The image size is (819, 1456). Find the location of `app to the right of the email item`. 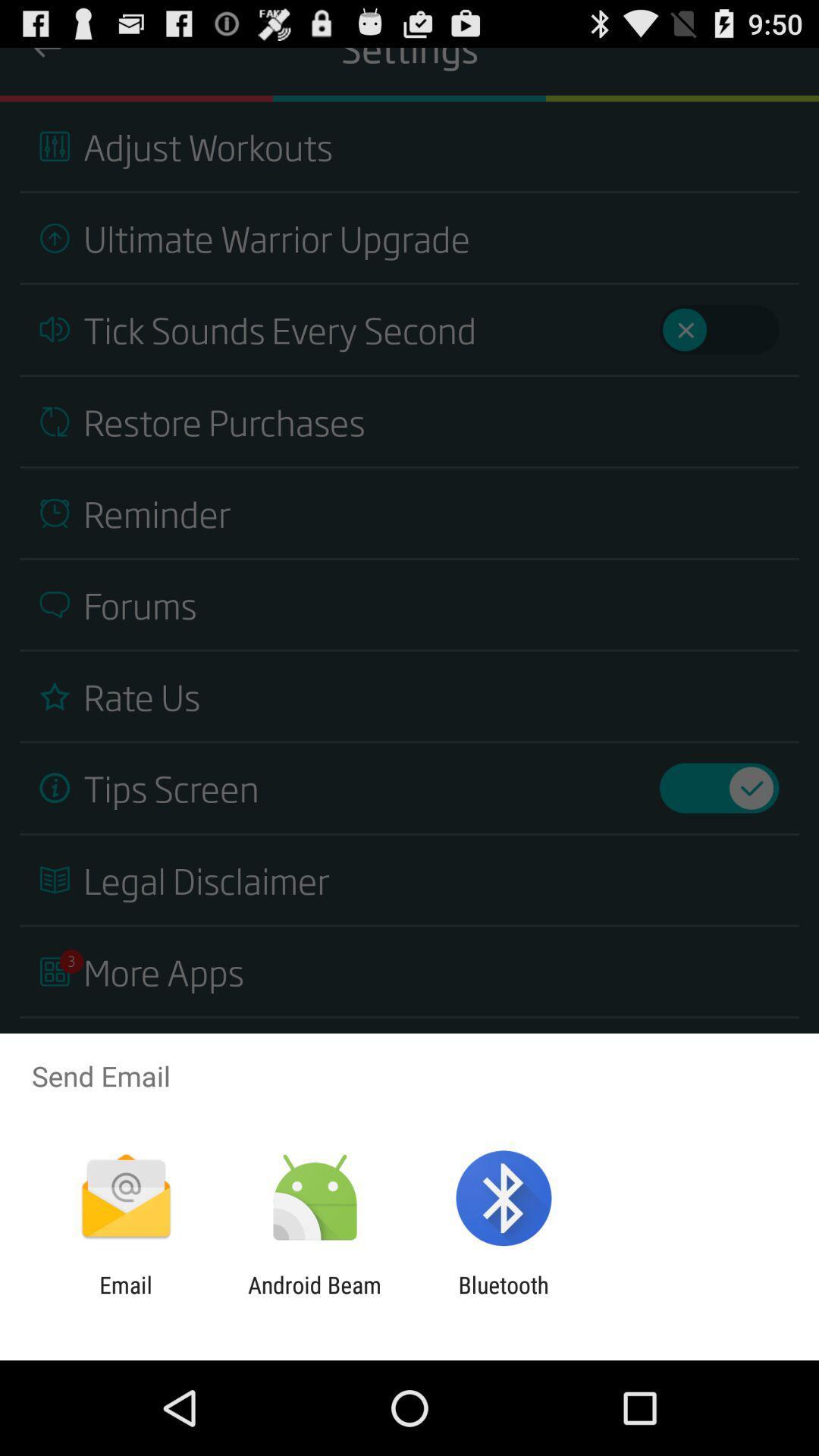

app to the right of the email item is located at coordinates (314, 1298).